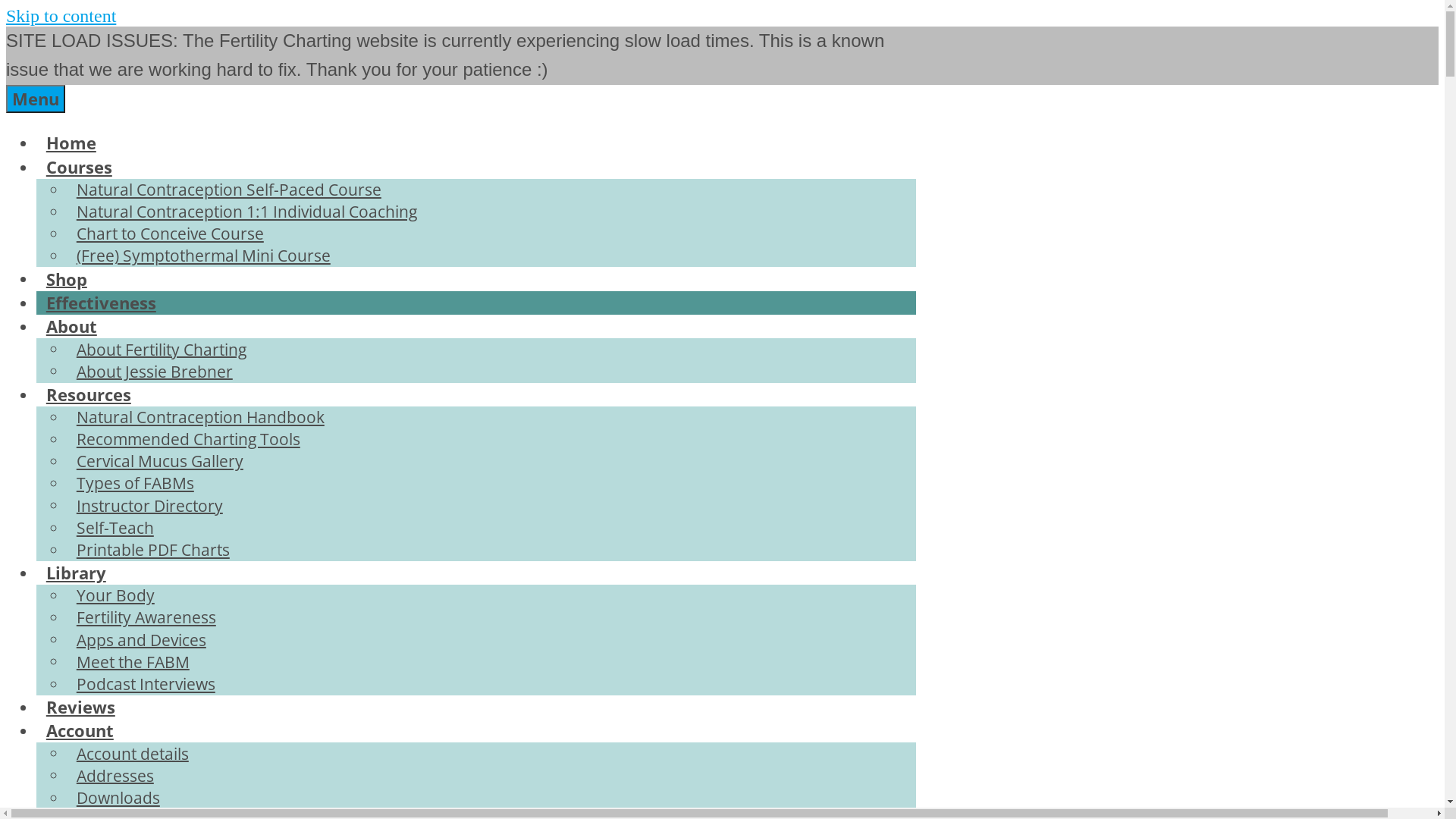  Describe the element at coordinates (65, 279) in the screenshot. I see `'Shop'` at that location.